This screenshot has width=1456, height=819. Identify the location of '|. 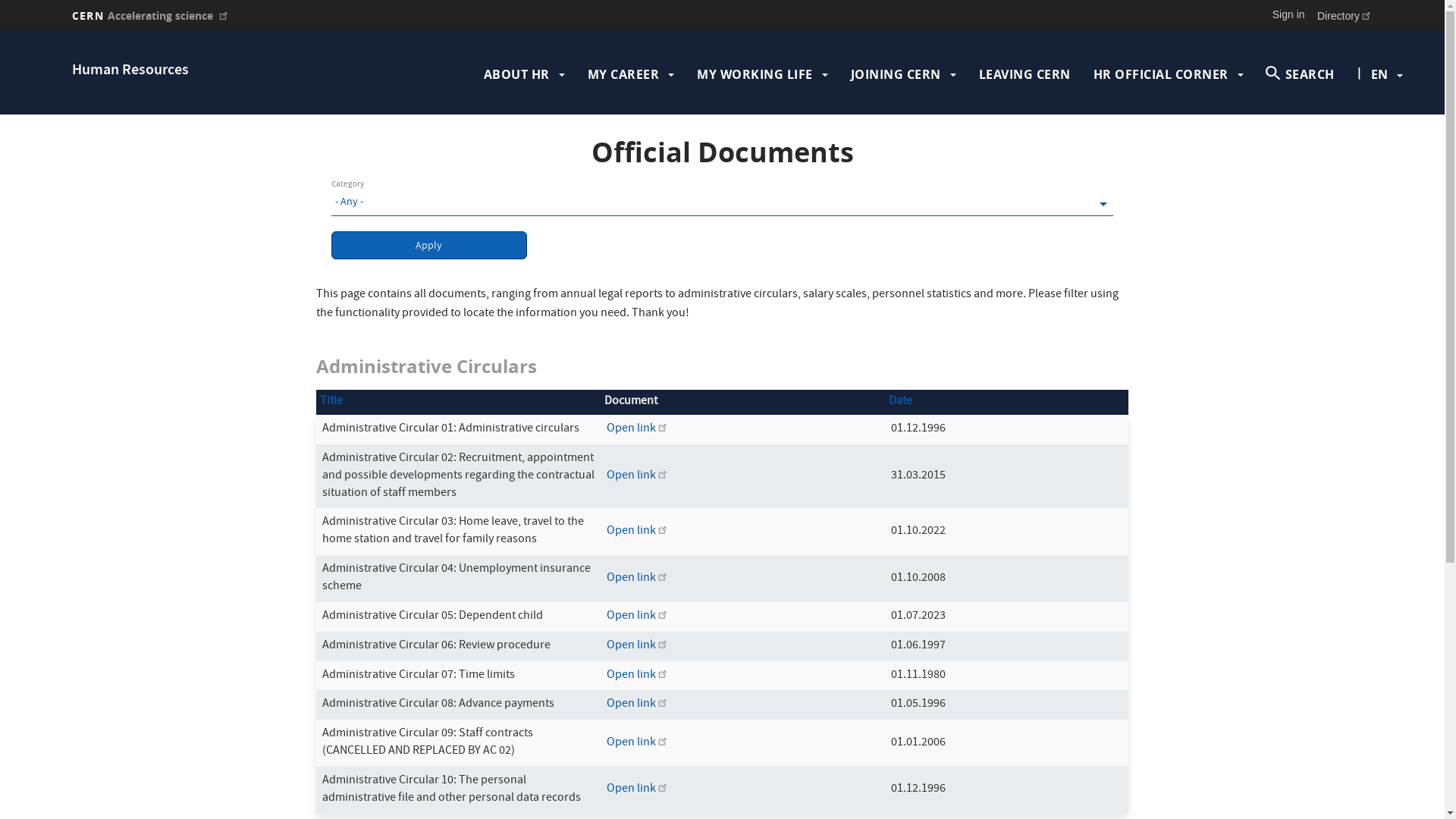
(1379, 74).